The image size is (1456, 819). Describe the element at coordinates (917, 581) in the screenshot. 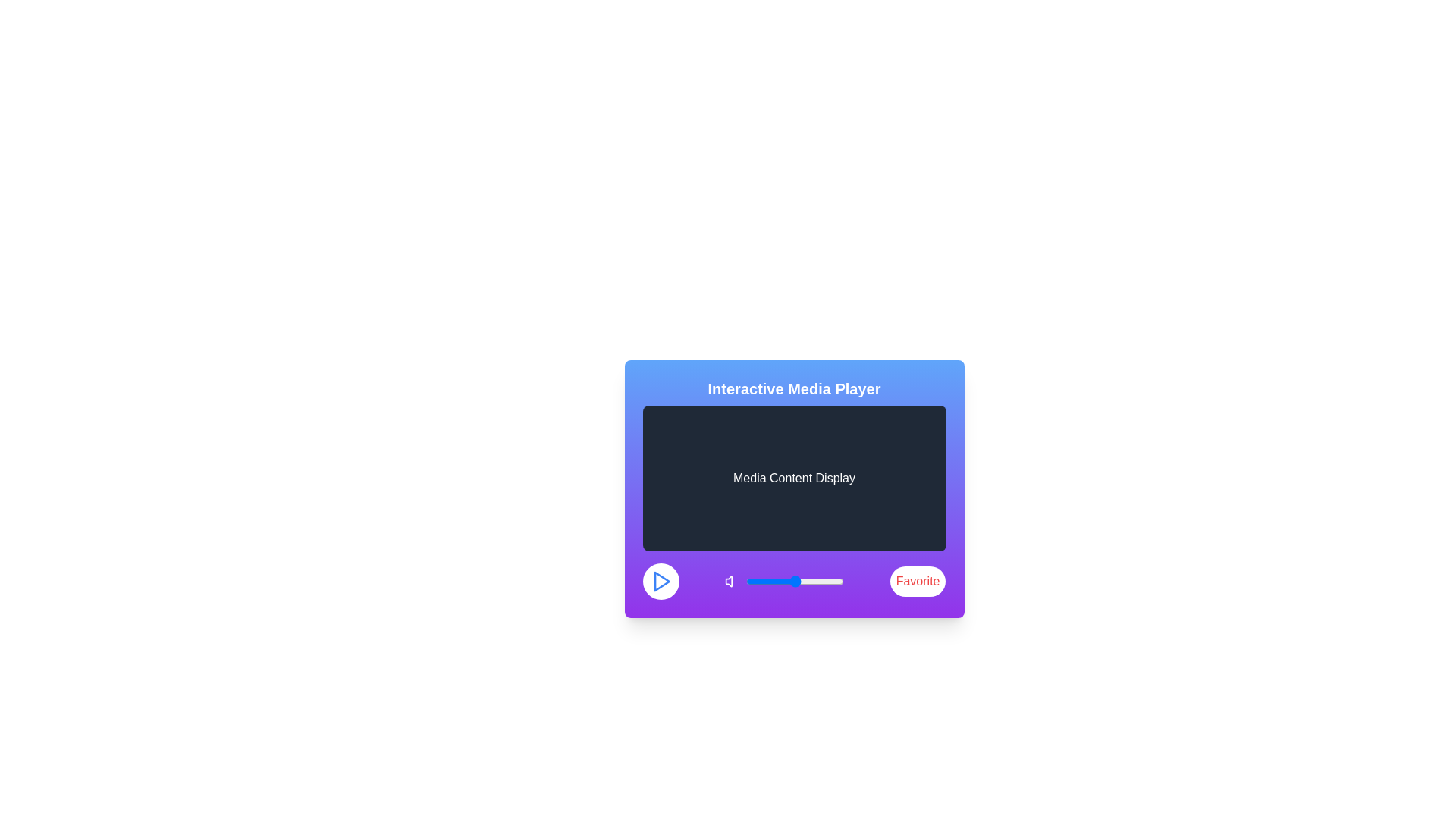

I see `the favorite button located at the bottom-right corner to register the media as a favorite` at that location.